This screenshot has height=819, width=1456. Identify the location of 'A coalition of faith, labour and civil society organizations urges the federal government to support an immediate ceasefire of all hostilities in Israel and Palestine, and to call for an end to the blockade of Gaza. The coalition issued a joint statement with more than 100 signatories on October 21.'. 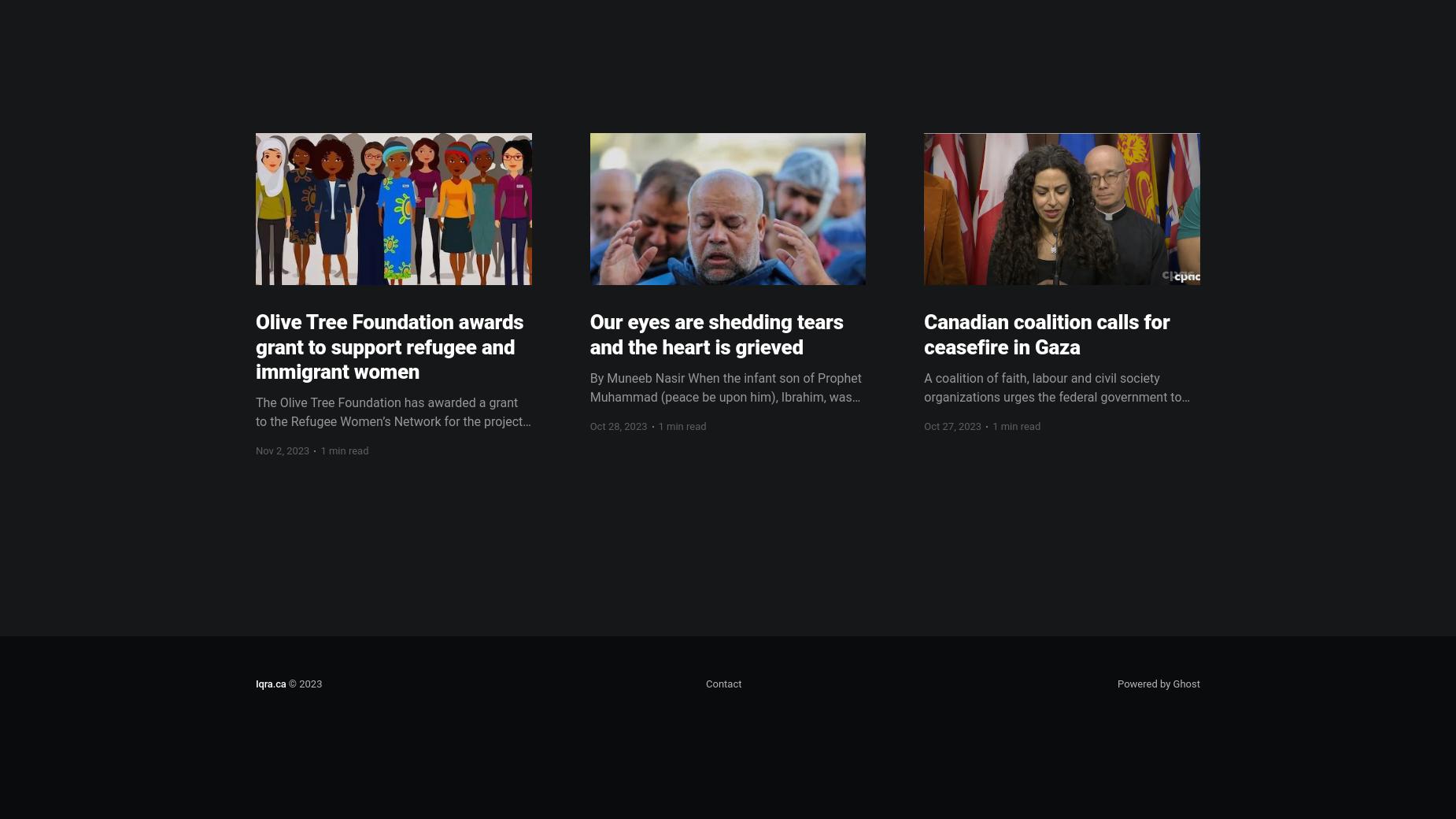
(1059, 433).